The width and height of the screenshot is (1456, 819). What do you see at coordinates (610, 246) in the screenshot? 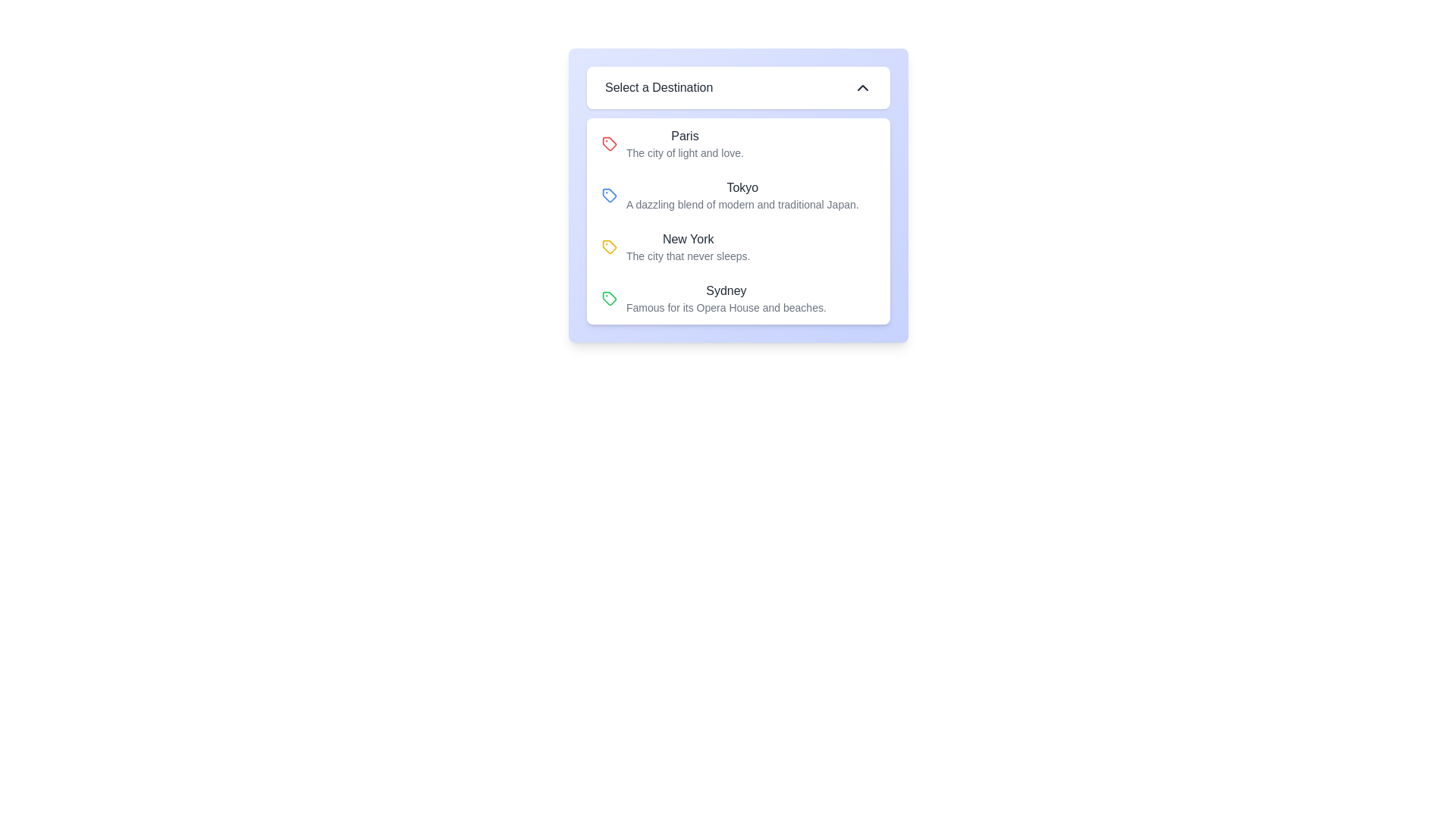
I see `the yellow tag icon located to the left of the text 'New York' in the dropdown menu` at bounding box center [610, 246].